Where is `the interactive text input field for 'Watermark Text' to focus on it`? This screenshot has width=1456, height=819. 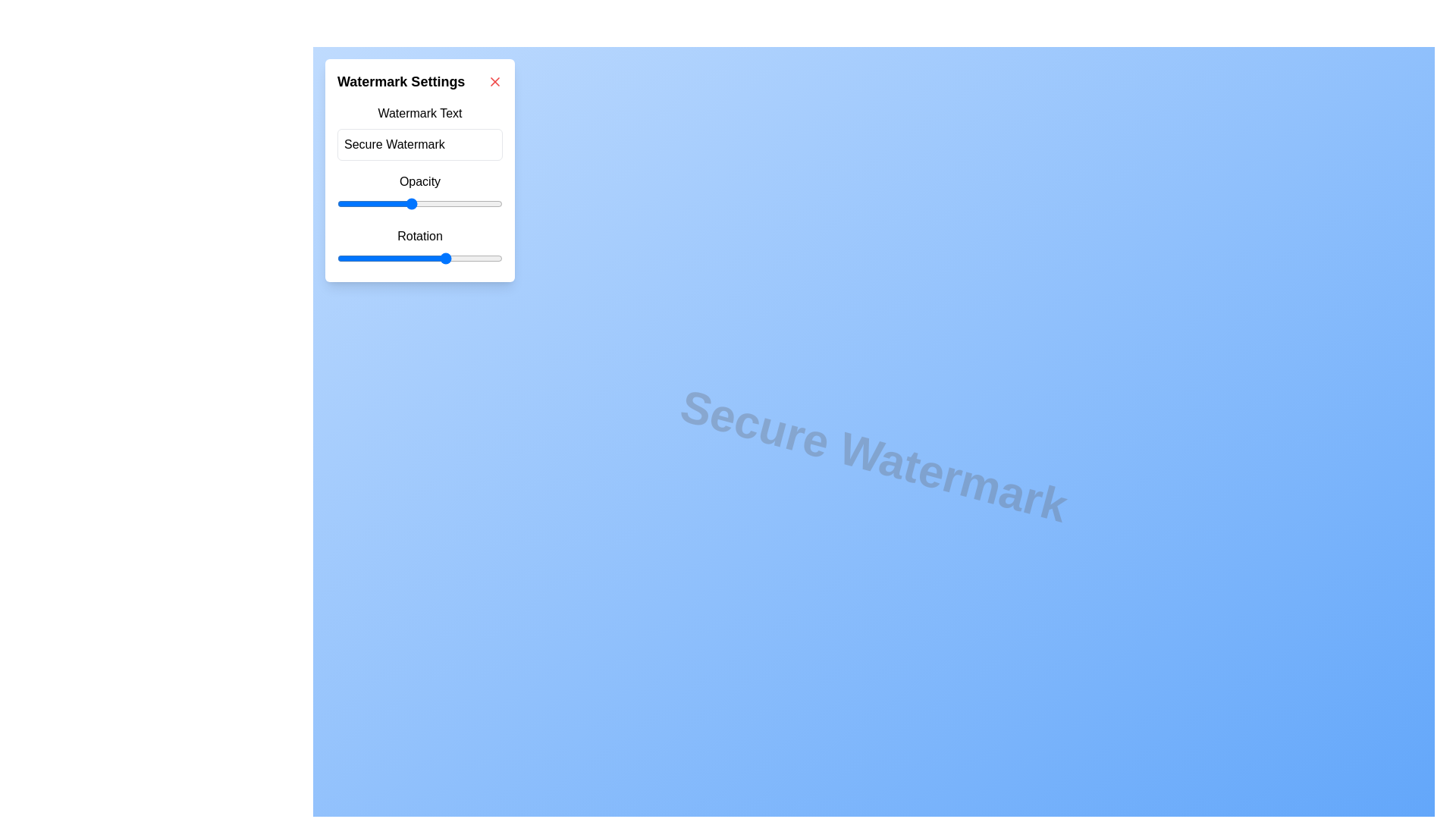 the interactive text input field for 'Watermark Text' to focus on it is located at coordinates (419, 145).